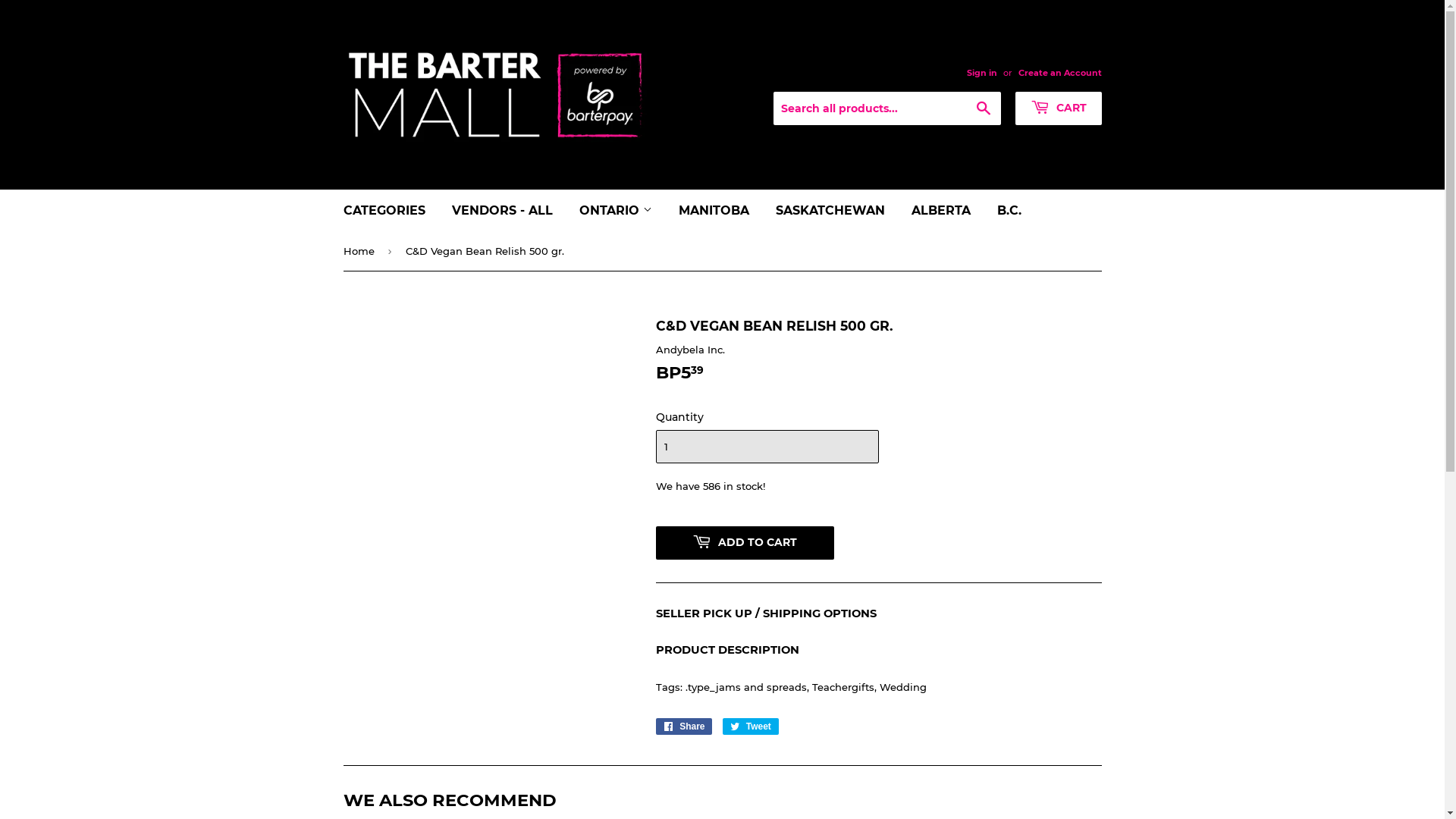  Describe the element at coordinates (384, 210) in the screenshot. I see `'CATEGORIES'` at that location.